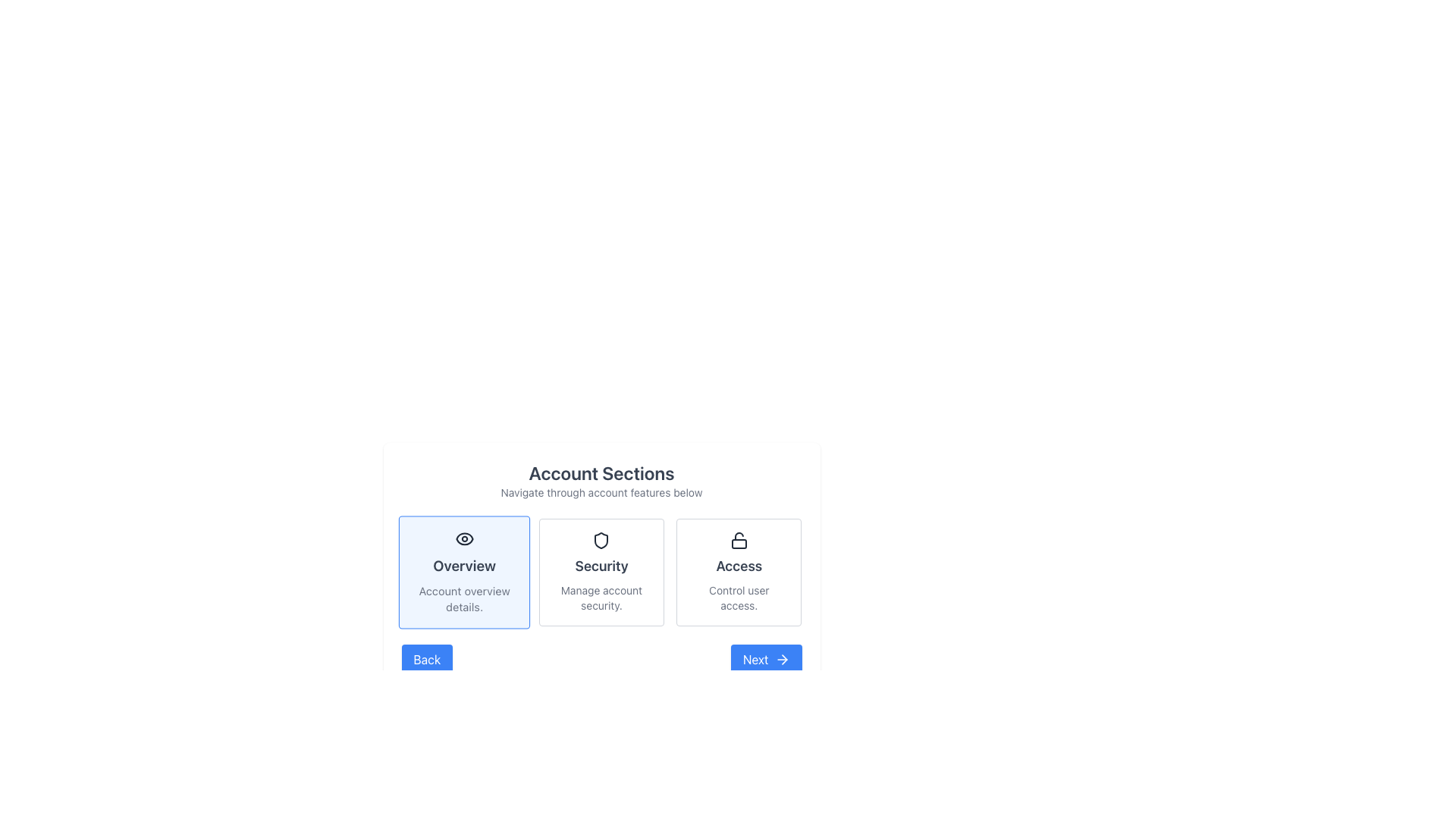 The width and height of the screenshot is (1456, 819). What do you see at coordinates (601, 540) in the screenshot?
I see `the shield-shaped SVG icon located above the 'Security' title in the middle panel of the UI` at bounding box center [601, 540].